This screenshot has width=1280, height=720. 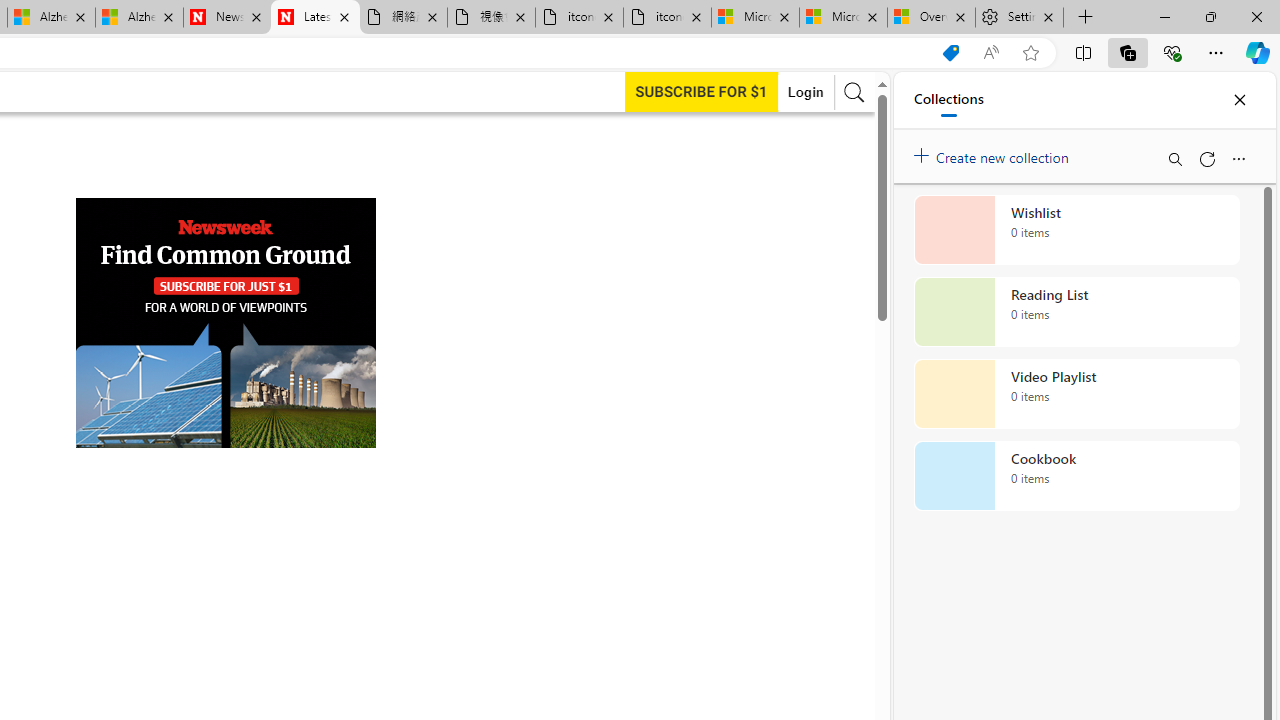 I want to click on 'Overview', so click(x=930, y=17).